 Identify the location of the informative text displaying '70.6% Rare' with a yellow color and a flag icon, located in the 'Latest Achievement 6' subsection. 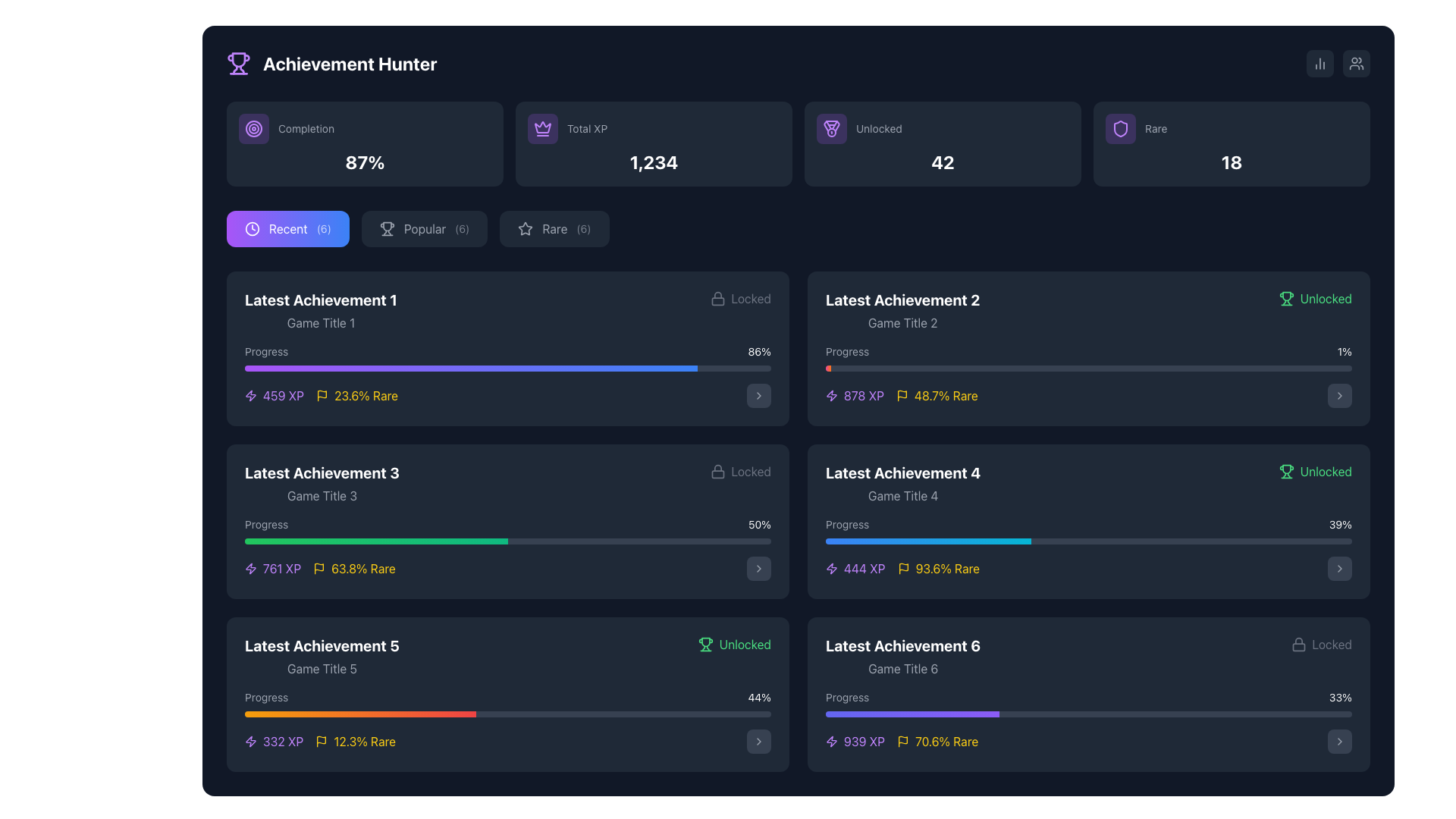
(937, 741).